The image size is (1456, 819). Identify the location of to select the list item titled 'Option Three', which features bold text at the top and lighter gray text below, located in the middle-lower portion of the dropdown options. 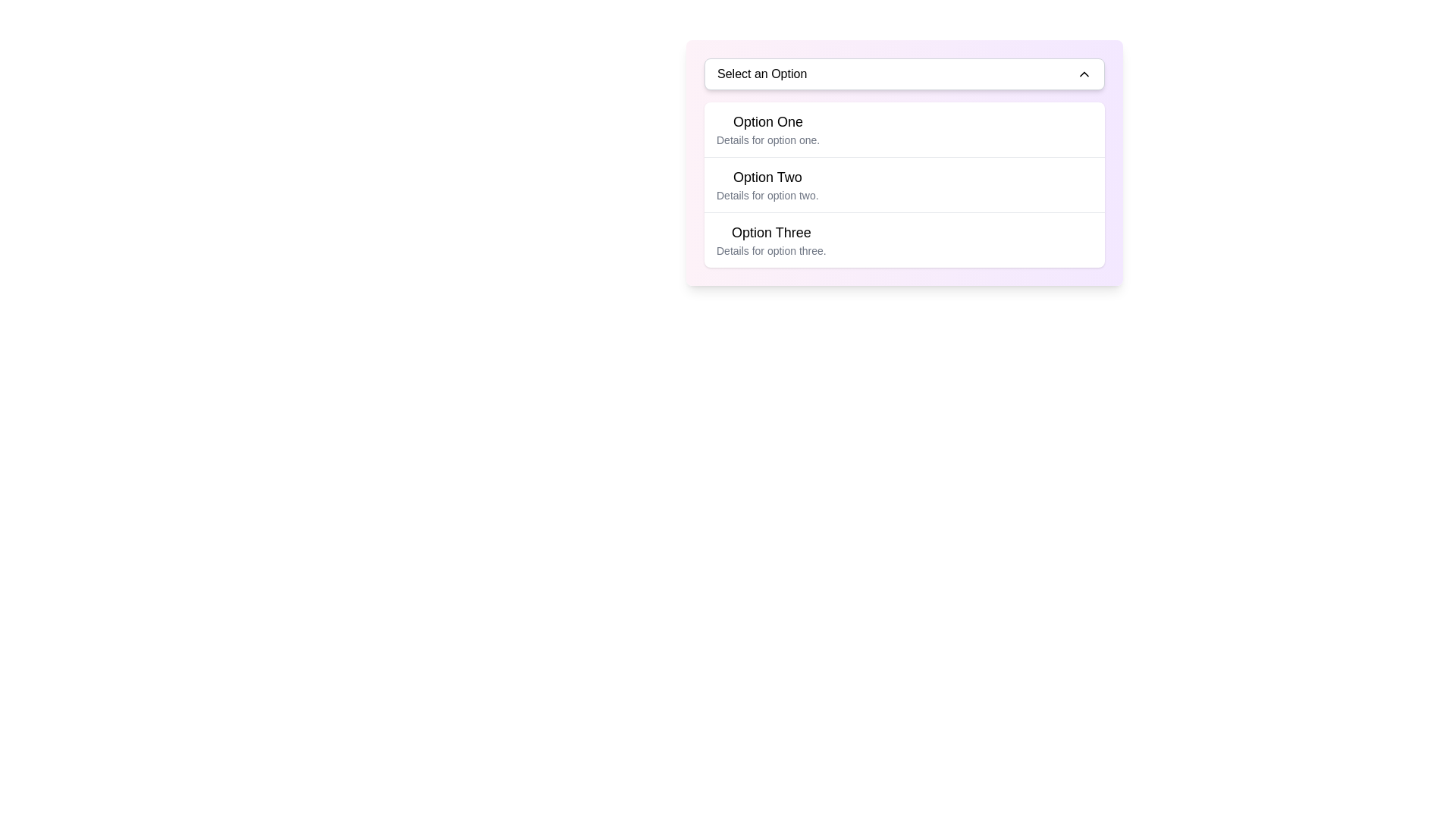
(771, 239).